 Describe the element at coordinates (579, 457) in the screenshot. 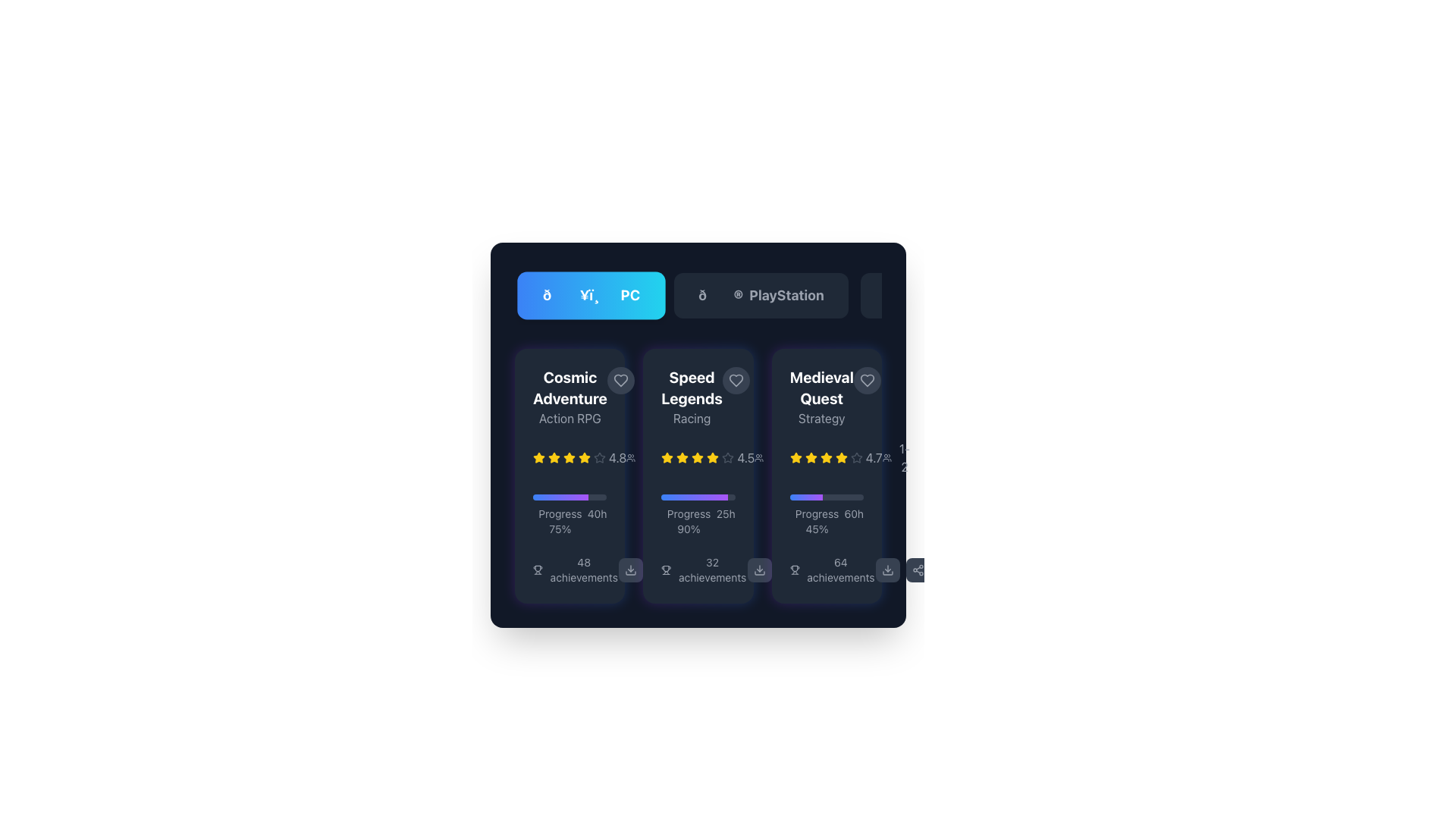

I see `the rating display showing '4.8' with four filled yellow stars and one outlined gray star, located below the title 'Cosmic Adventure'` at that location.